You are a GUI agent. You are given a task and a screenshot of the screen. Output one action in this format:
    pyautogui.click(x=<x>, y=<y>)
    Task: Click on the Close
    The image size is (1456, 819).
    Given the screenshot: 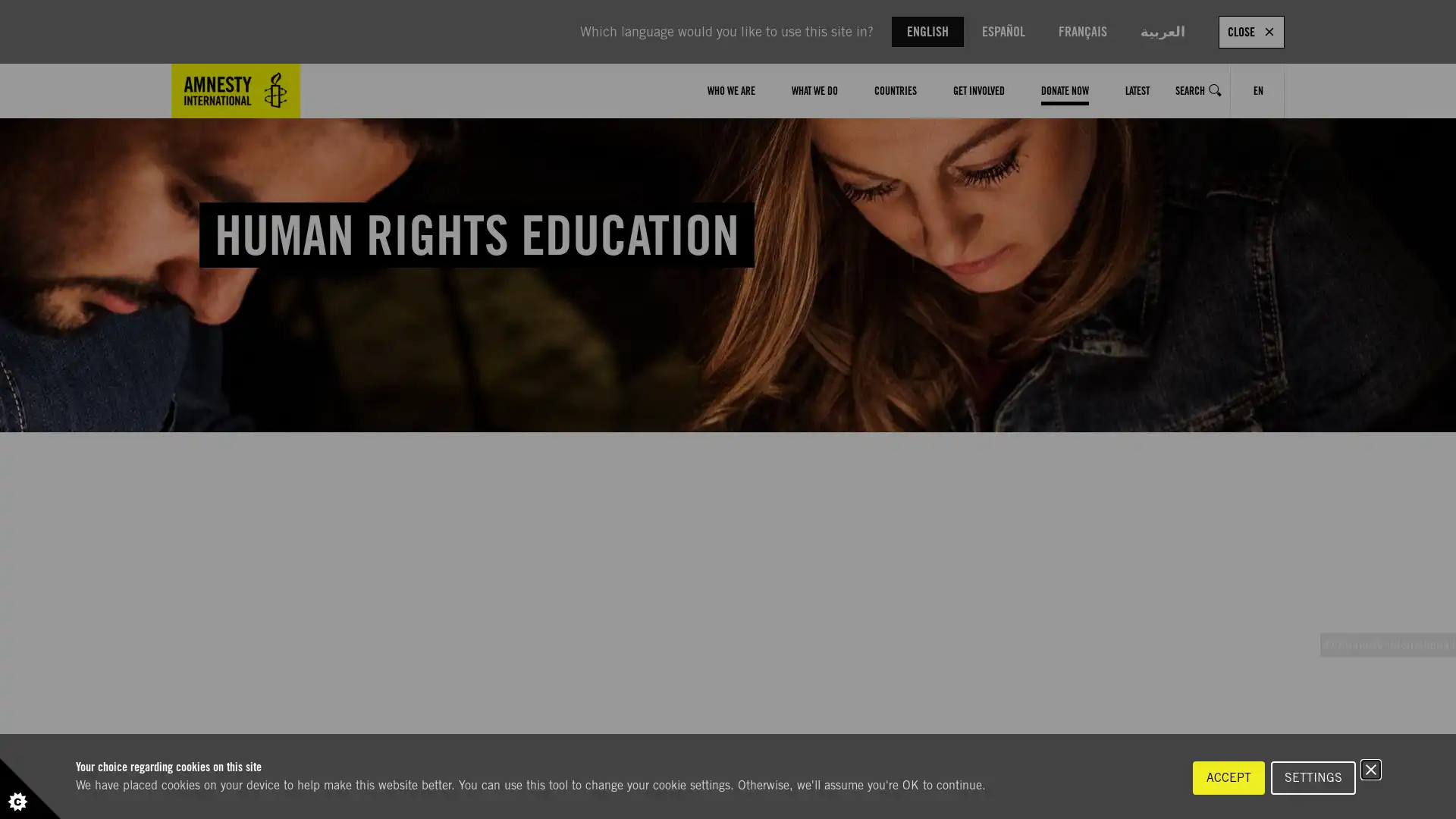 What is the action you would take?
    pyautogui.click(x=1371, y=769)
    